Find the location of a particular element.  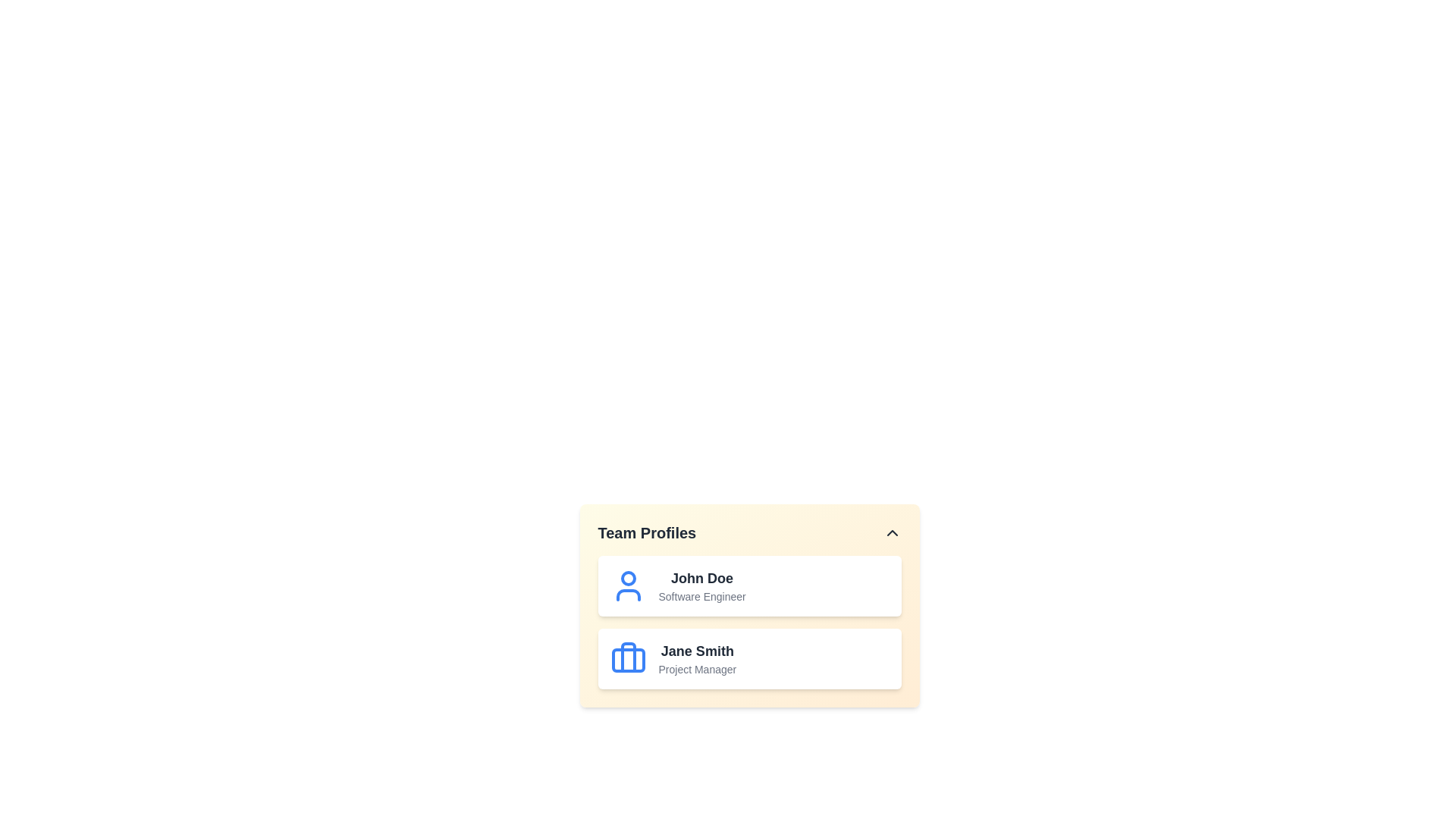

the text label 'John Doe' which is displayed in bold, dark gray font within the 'Team Profiles' section is located at coordinates (701, 579).